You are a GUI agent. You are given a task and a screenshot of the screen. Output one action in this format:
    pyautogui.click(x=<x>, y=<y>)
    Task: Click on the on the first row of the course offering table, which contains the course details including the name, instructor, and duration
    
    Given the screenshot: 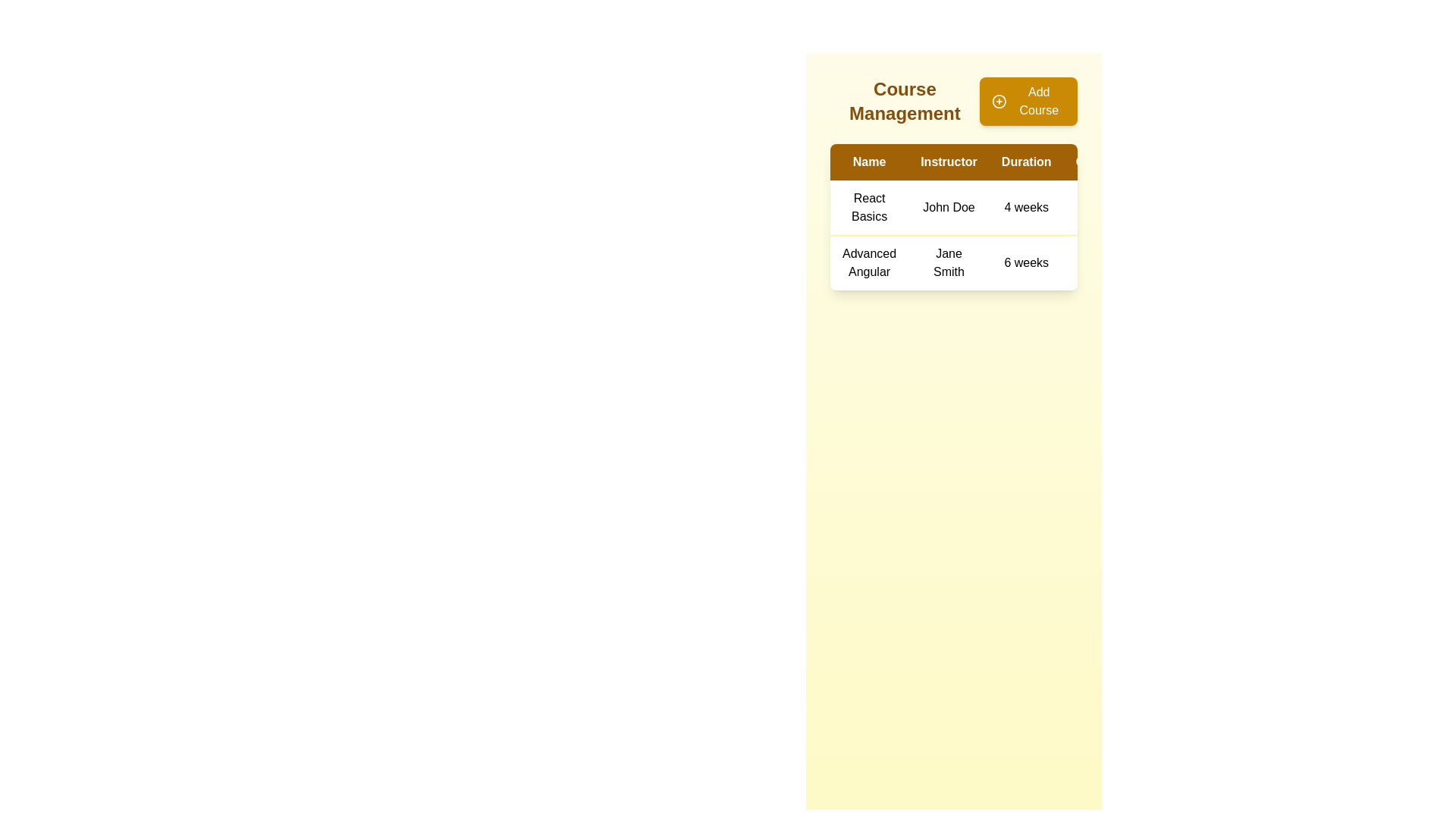 What is the action you would take?
    pyautogui.click(x=1018, y=208)
    